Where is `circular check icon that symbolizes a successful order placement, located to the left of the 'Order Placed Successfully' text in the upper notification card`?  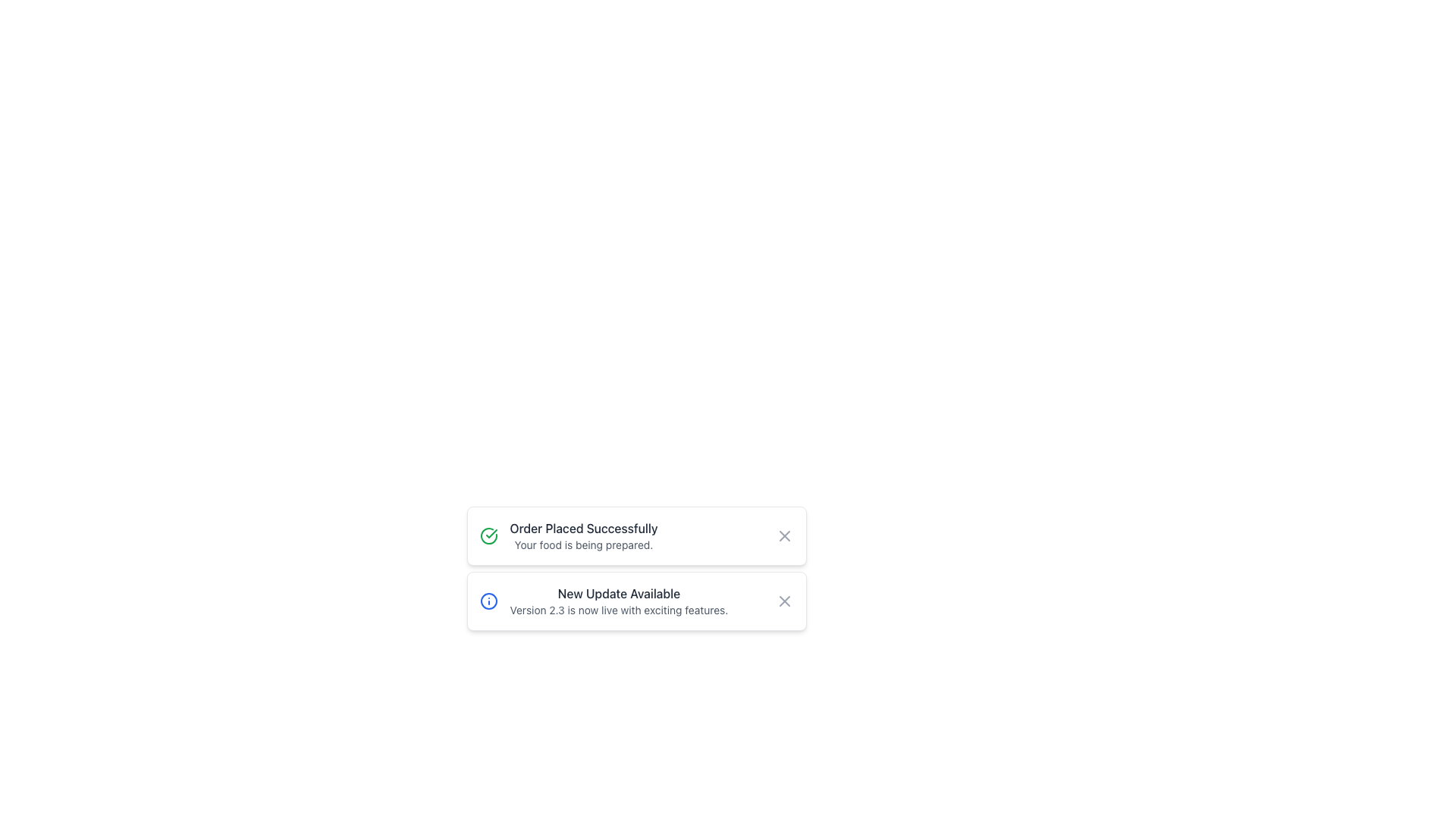
circular check icon that symbolizes a successful order placement, located to the left of the 'Order Placed Successfully' text in the upper notification card is located at coordinates (491, 533).